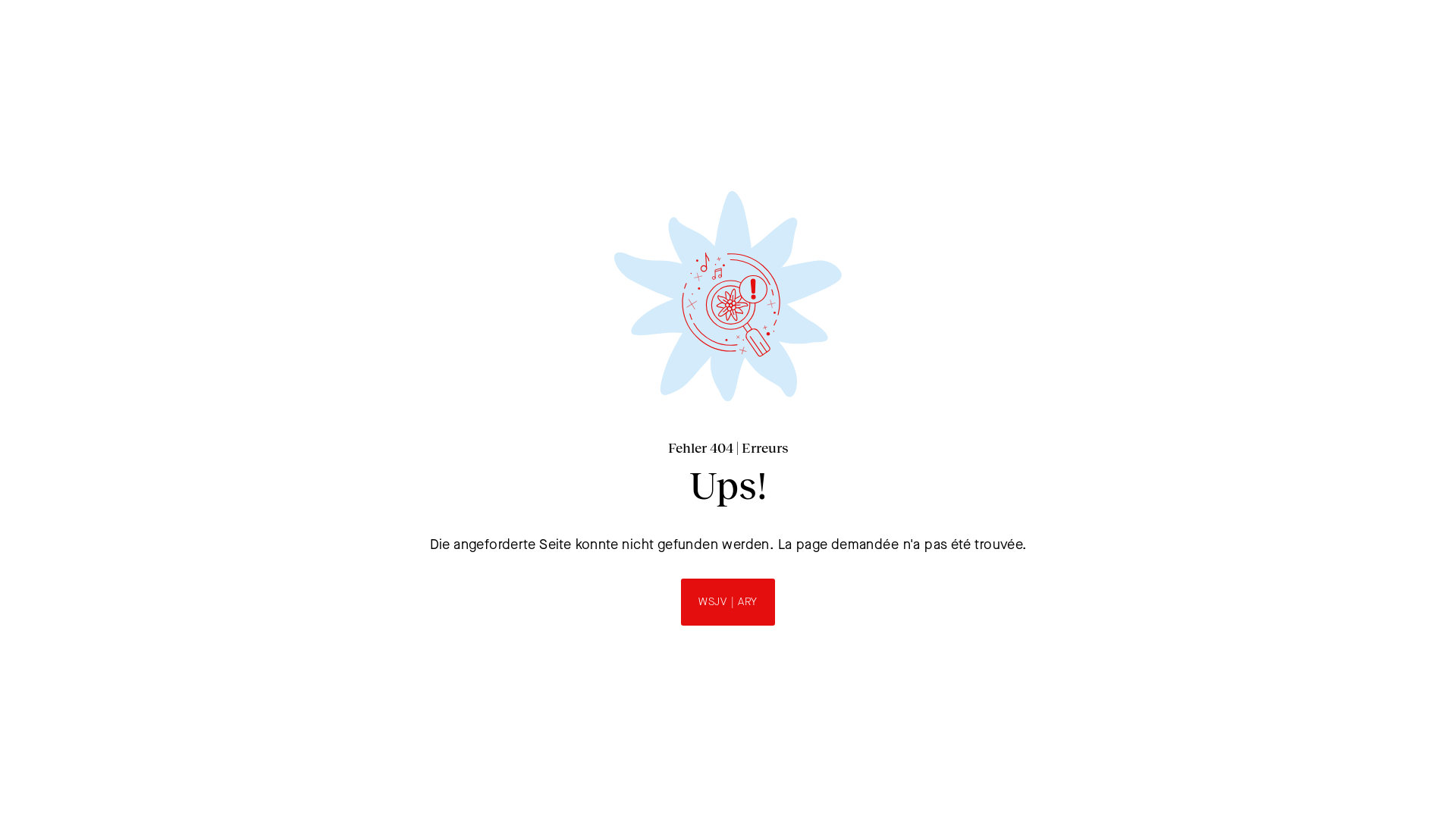 The image size is (1456, 819). I want to click on 'WSJV | ARY', so click(726, 601).